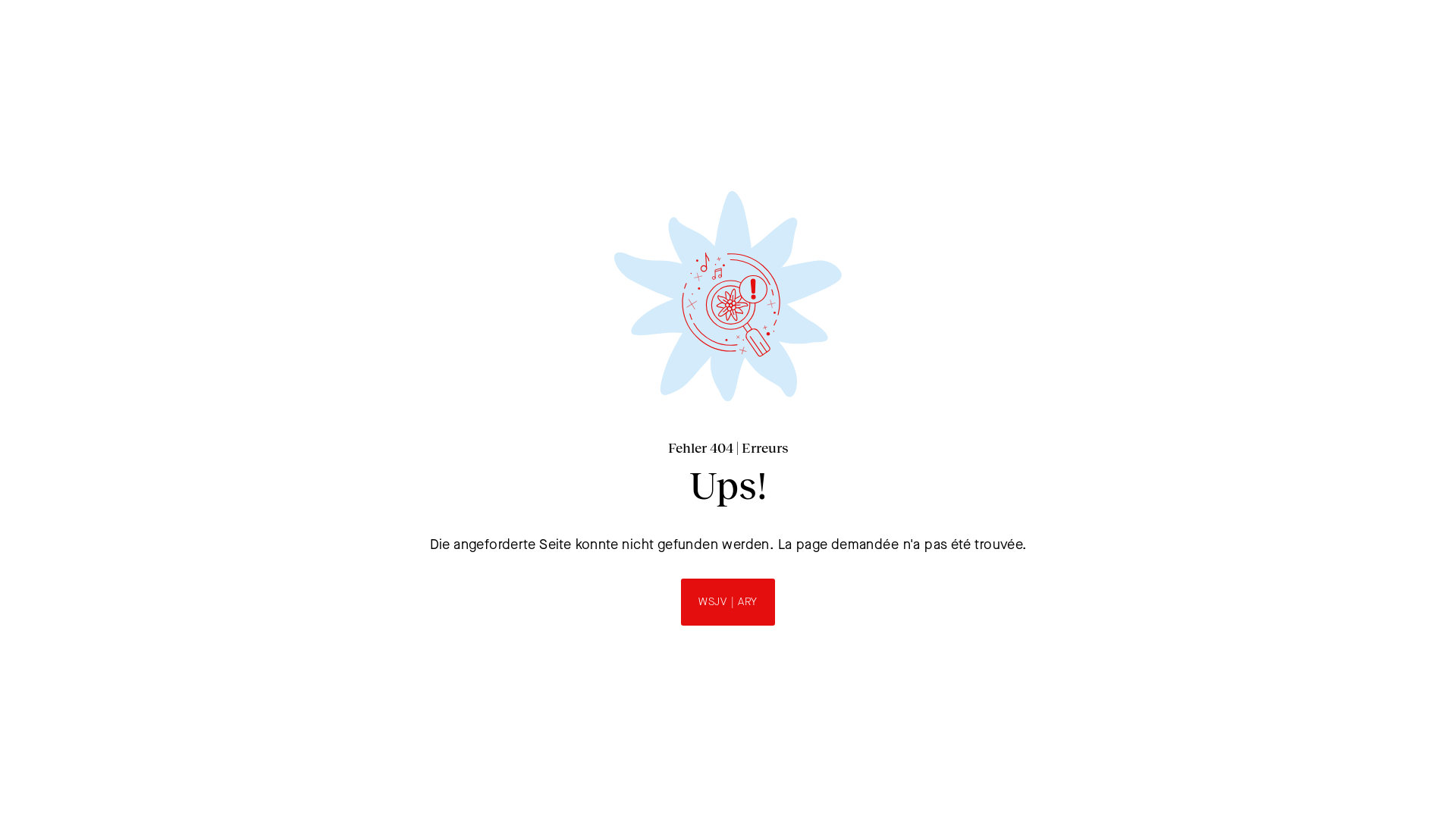 The image size is (1456, 819). I want to click on 'WSJV | ARY', so click(726, 601).